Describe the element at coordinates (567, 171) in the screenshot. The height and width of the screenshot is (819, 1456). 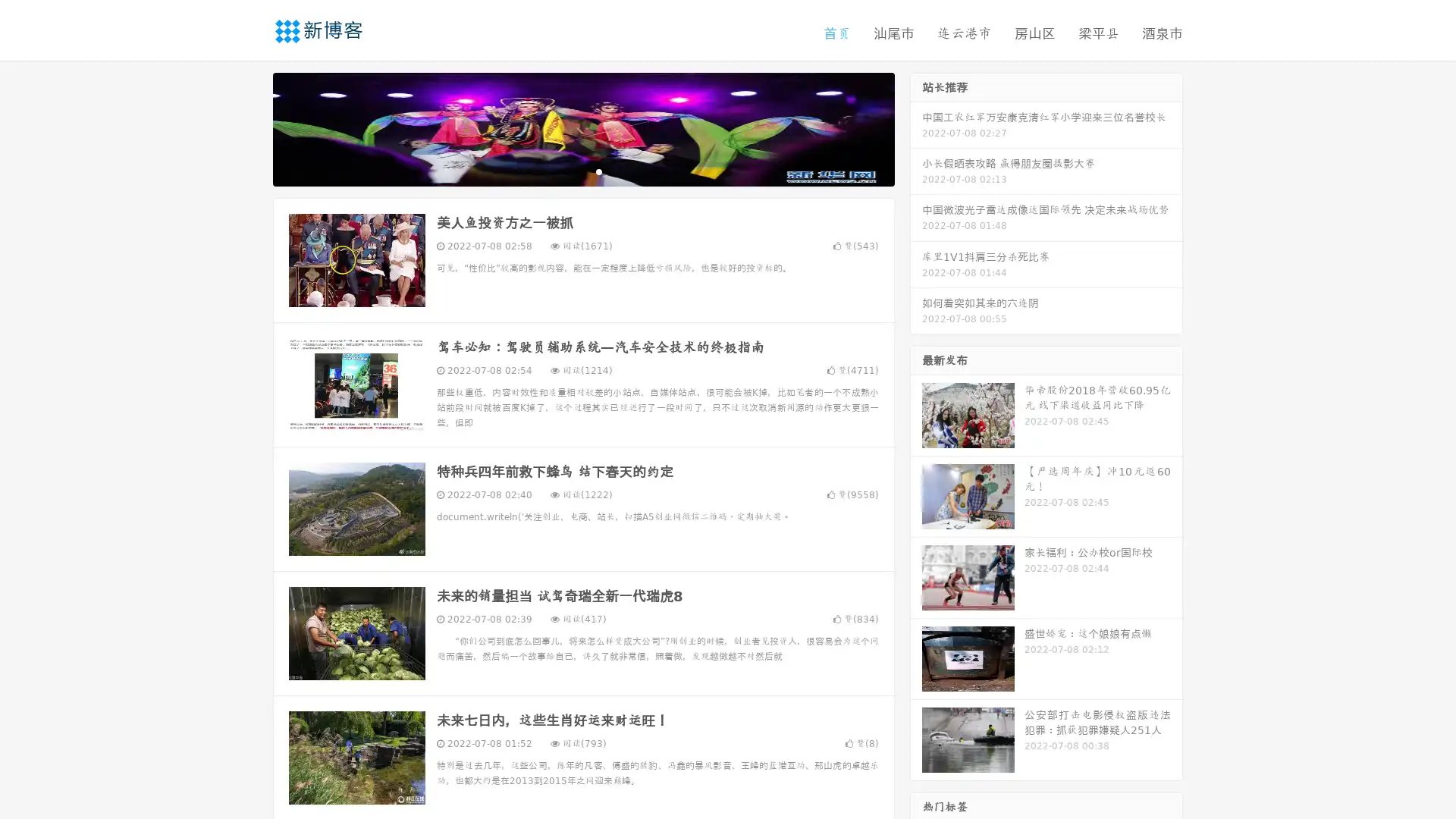
I see `Go to slide 1` at that location.